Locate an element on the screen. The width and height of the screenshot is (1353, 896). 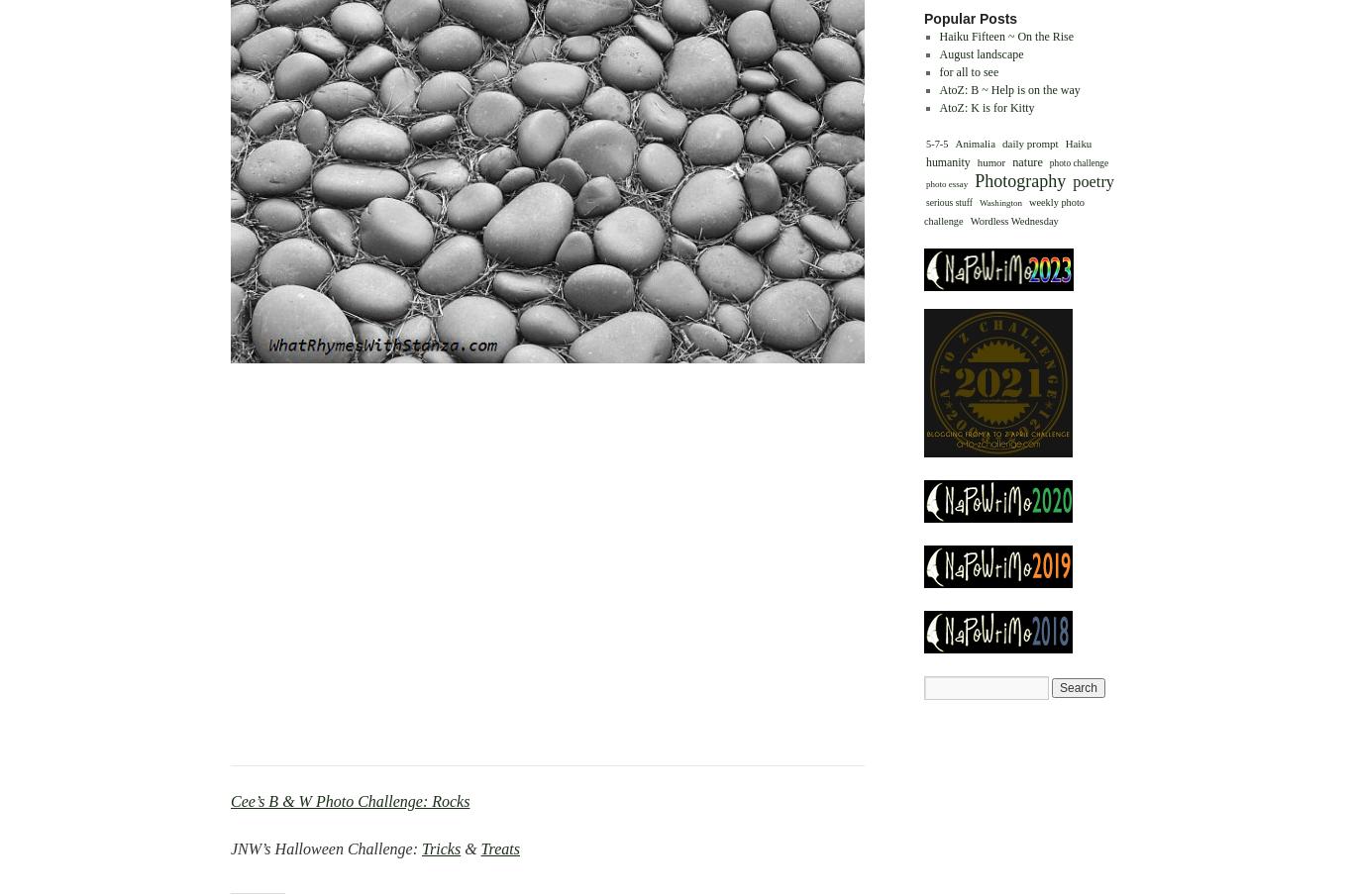
'AtoZ: K is for Kitty' is located at coordinates (986, 105).